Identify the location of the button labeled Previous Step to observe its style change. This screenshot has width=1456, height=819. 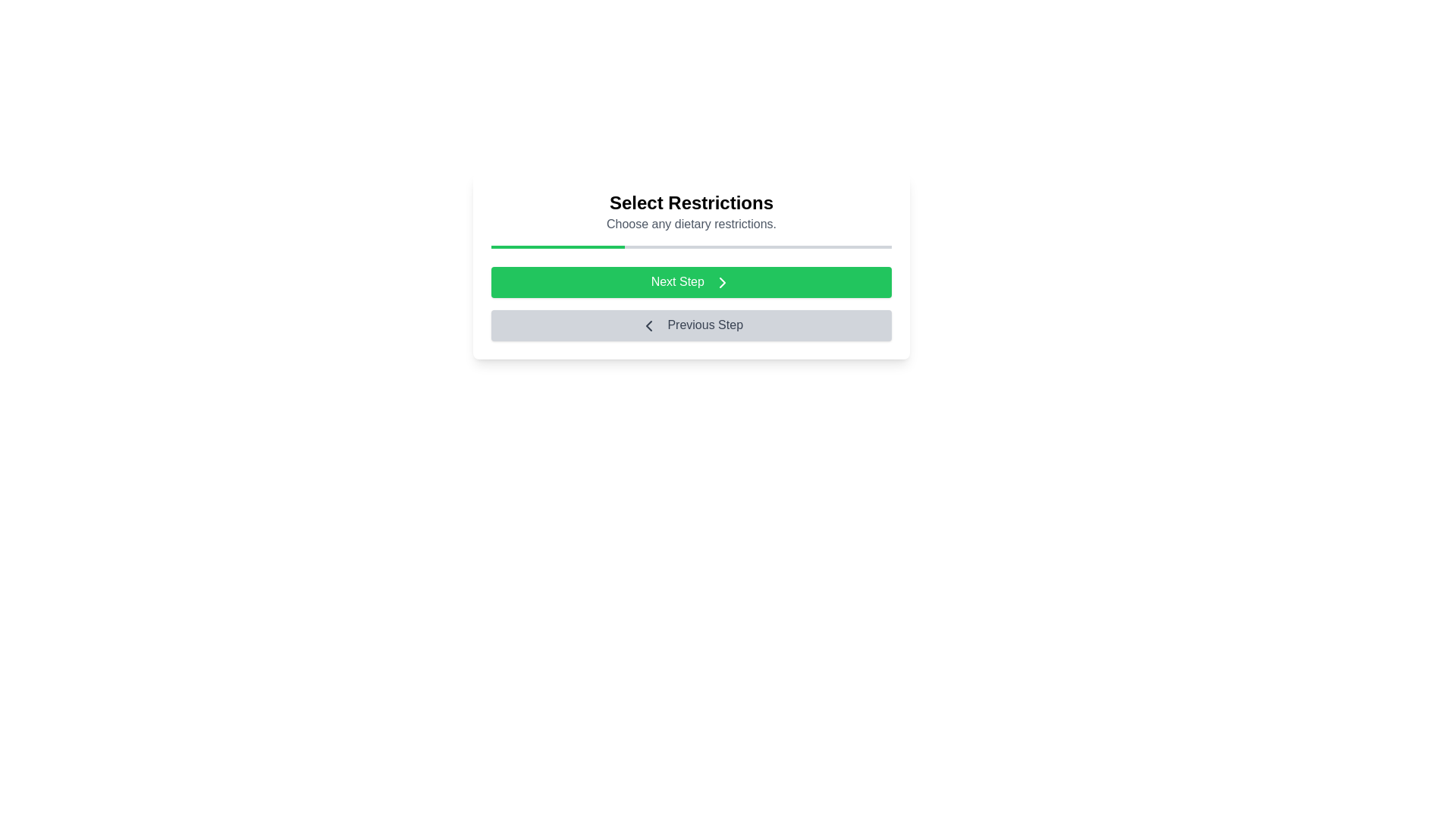
(691, 325).